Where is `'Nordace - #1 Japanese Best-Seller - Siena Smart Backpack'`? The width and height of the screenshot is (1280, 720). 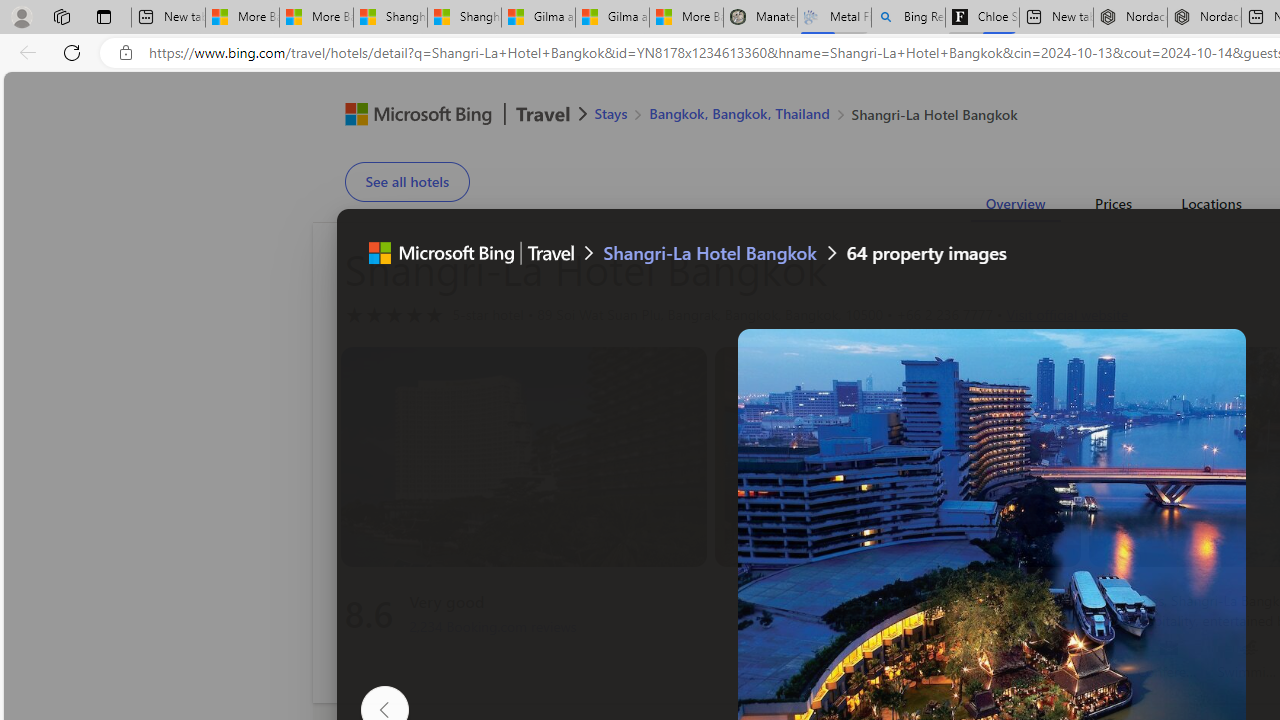 'Nordace - #1 Japanese Best-Seller - Siena Smart Backpack' is located at coordinates (1203, 17).